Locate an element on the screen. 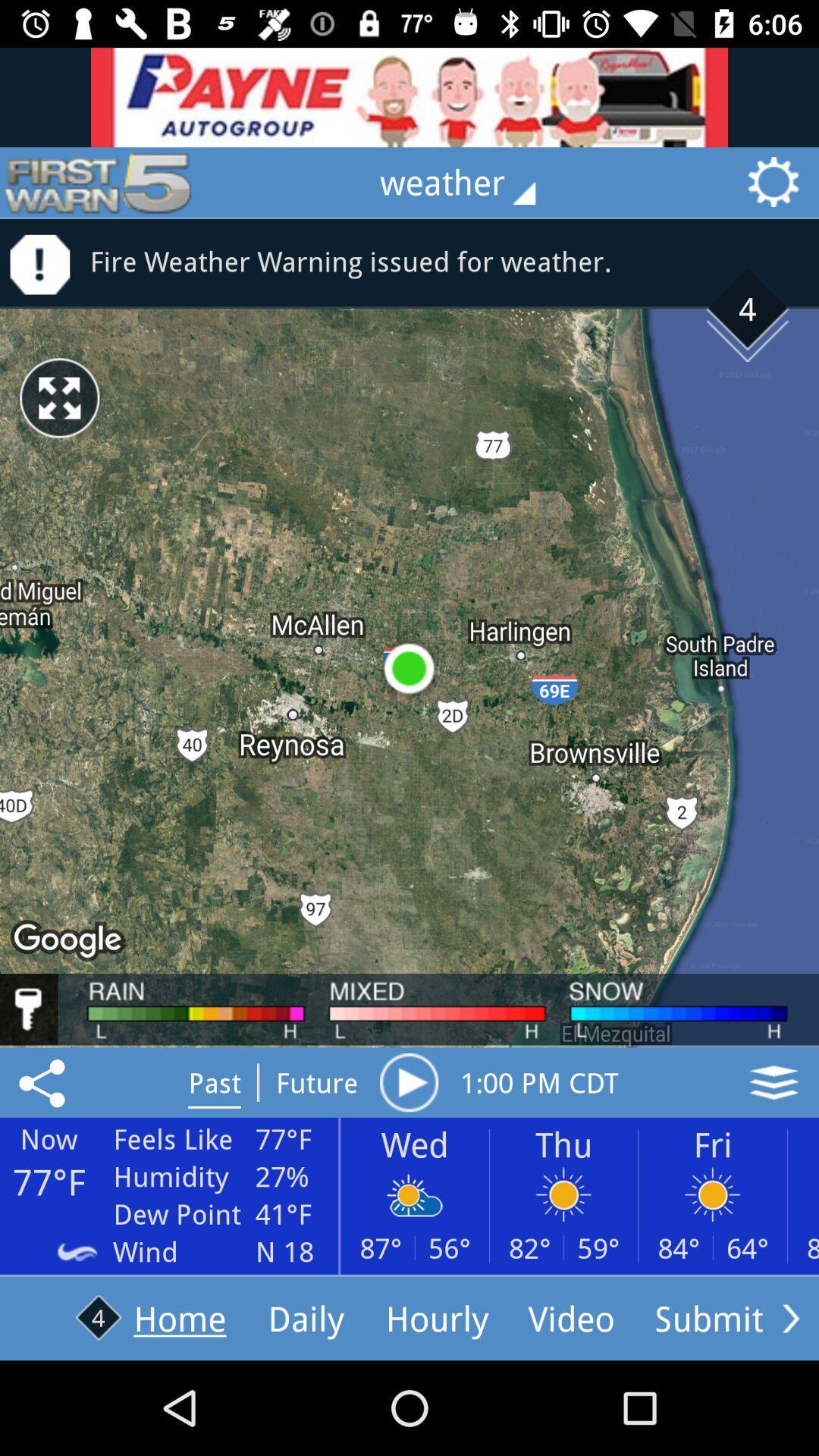 Image resolution: width=819 pixels, height=1456 pixels. advertisement is located at coordinates (409, 96).